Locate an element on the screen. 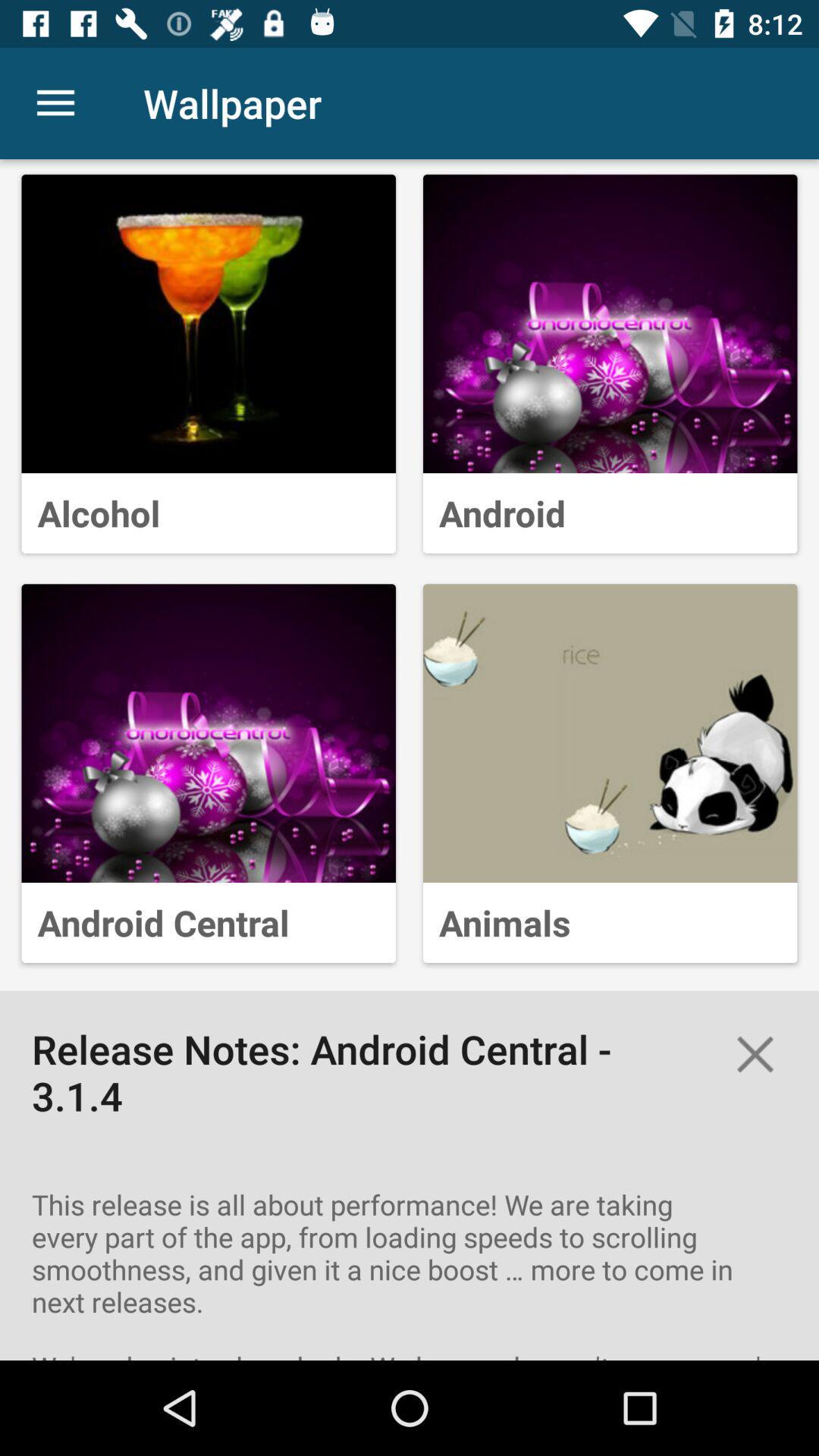 The width and height of the screenshot is (819, 1456). the close icon is located at coordinates (755, 1053).